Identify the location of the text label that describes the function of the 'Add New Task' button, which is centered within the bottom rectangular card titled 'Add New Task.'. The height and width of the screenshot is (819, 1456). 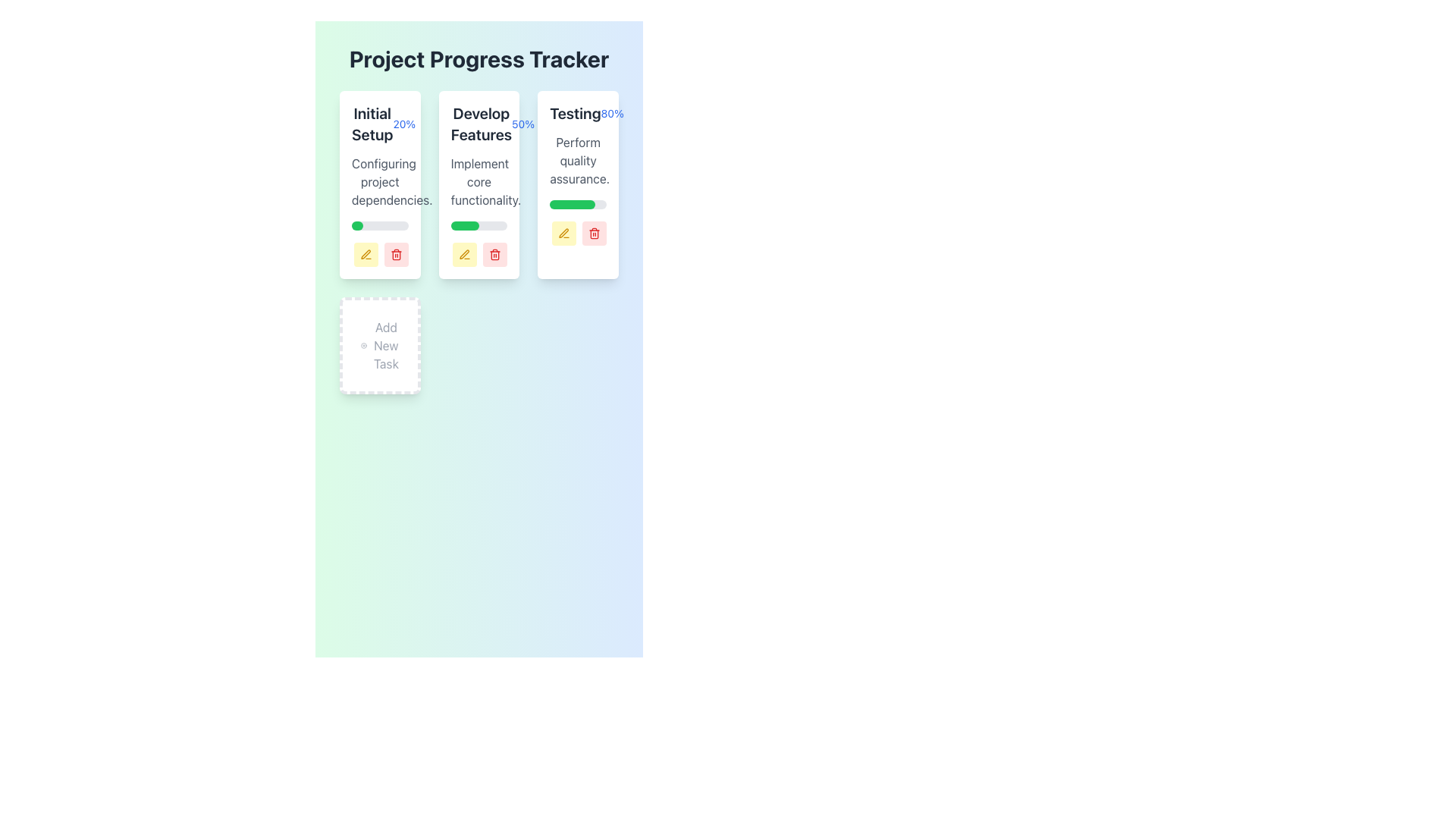
(386, 345).